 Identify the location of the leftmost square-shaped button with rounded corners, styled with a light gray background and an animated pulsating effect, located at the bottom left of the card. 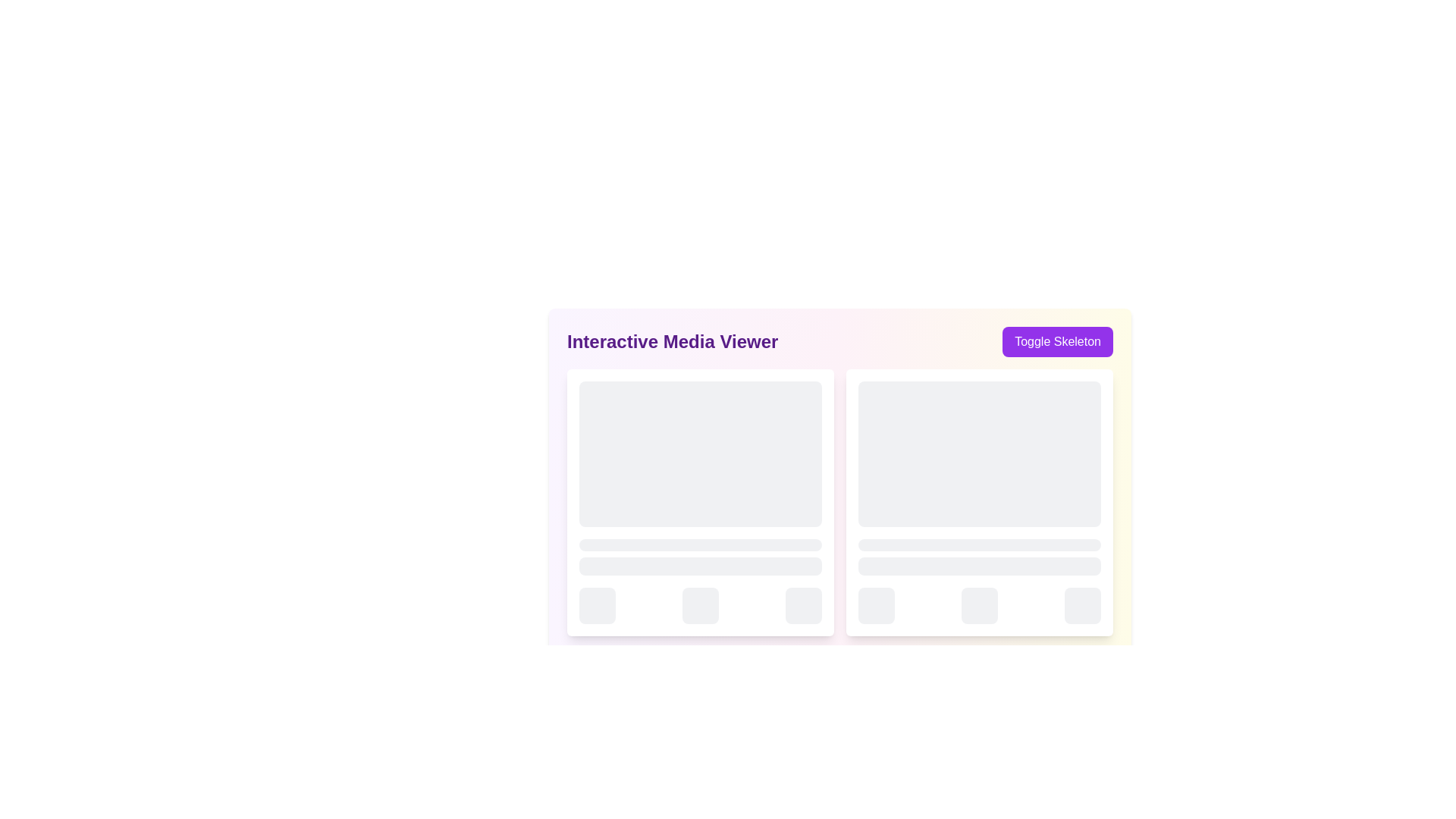
(596, 604).